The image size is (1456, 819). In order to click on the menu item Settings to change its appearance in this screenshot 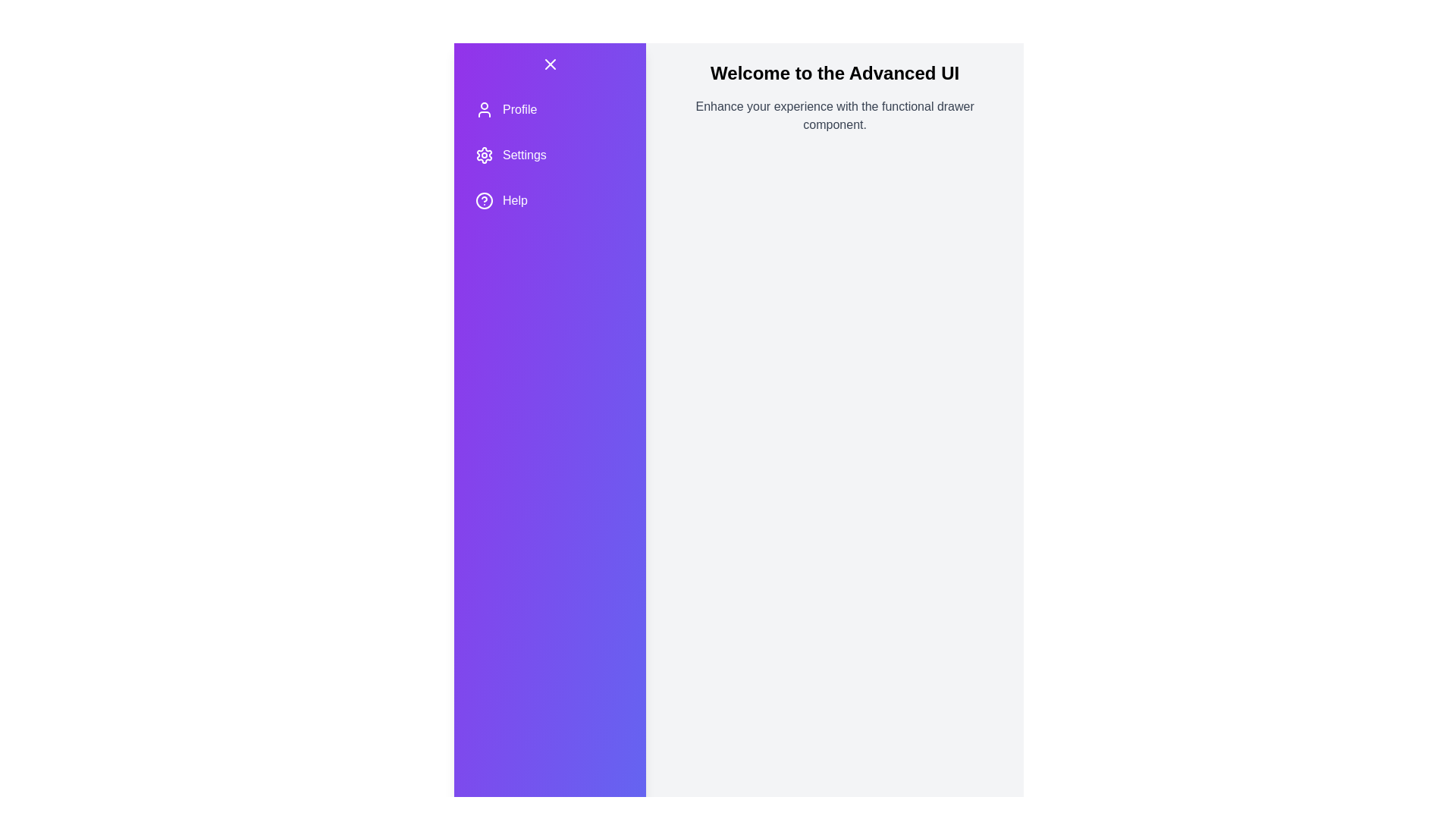, I will do `click(549, 155)`.